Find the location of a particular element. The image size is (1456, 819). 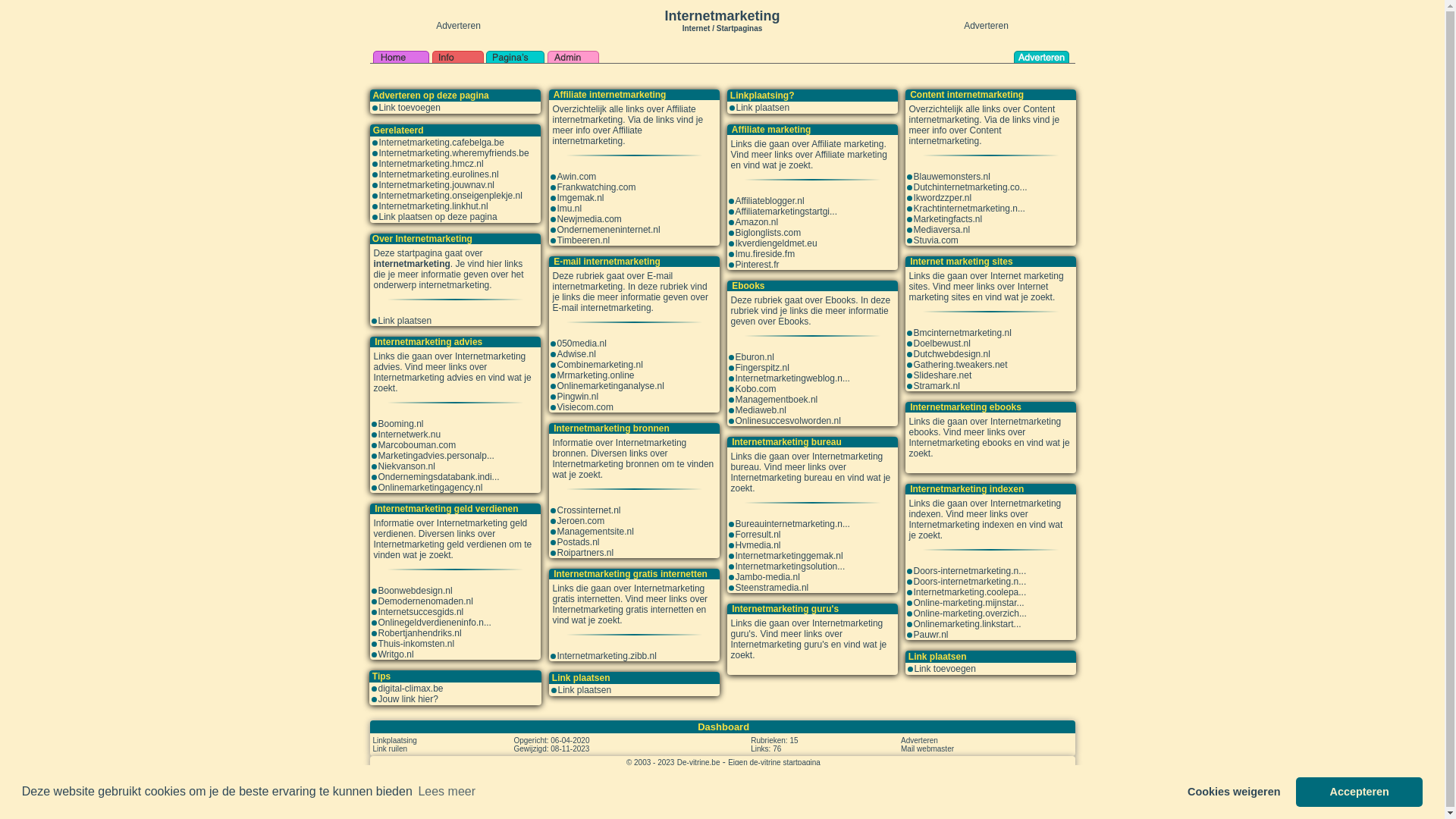

'Robertjanhendriks.nl' is located at coordinates (419, 632).